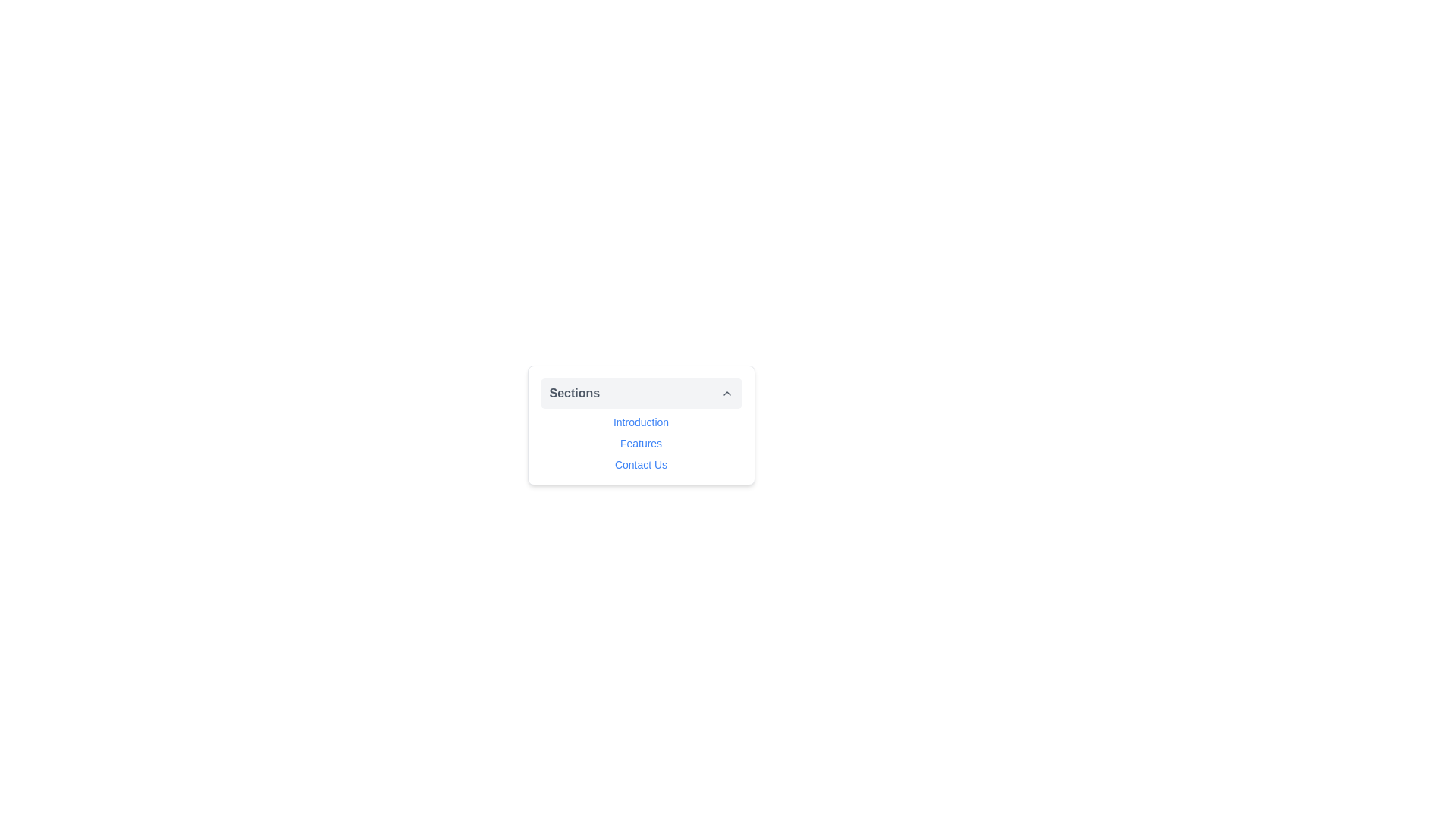 This screenshot has width=1456, height=819. What do you see at coordinates (641, 422) in the screenshot?
I see `the 'Introduction' hyperlink in the 'Sections' dropdown menu` at bounding box center [641, 422].